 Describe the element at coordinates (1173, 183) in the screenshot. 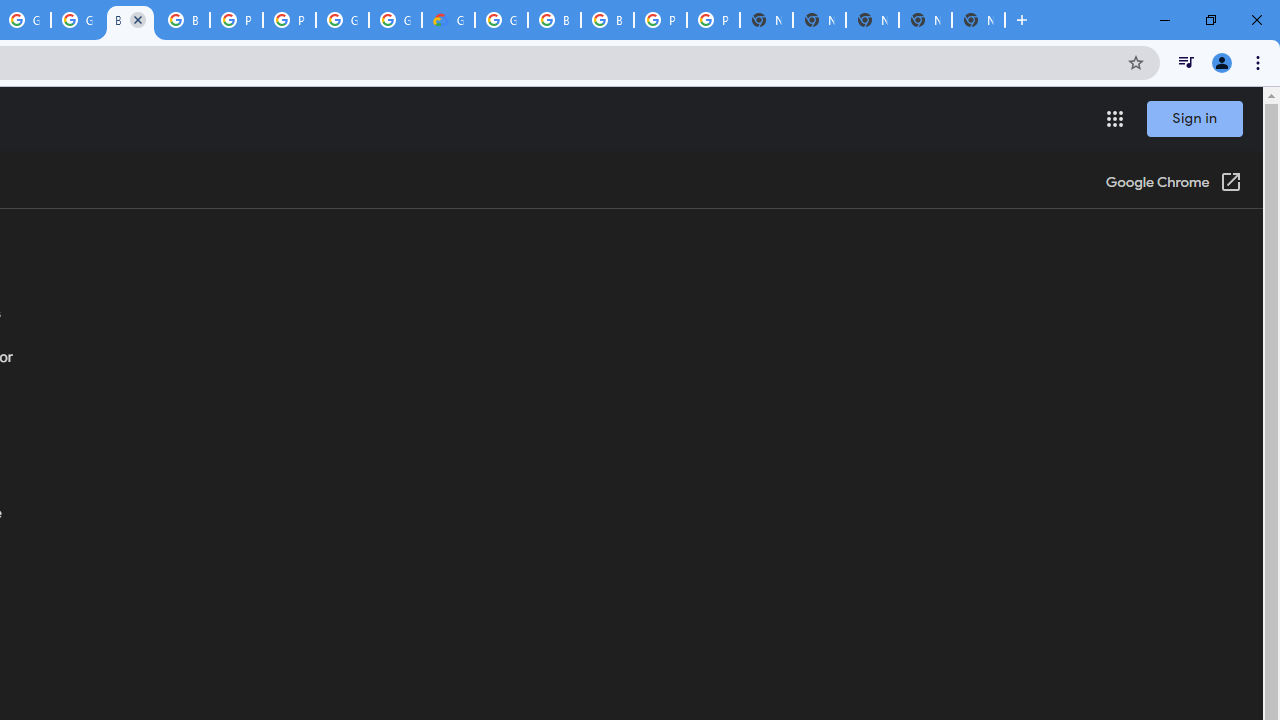

I see `'Google Chrome (Open in a new window)'` at that location.